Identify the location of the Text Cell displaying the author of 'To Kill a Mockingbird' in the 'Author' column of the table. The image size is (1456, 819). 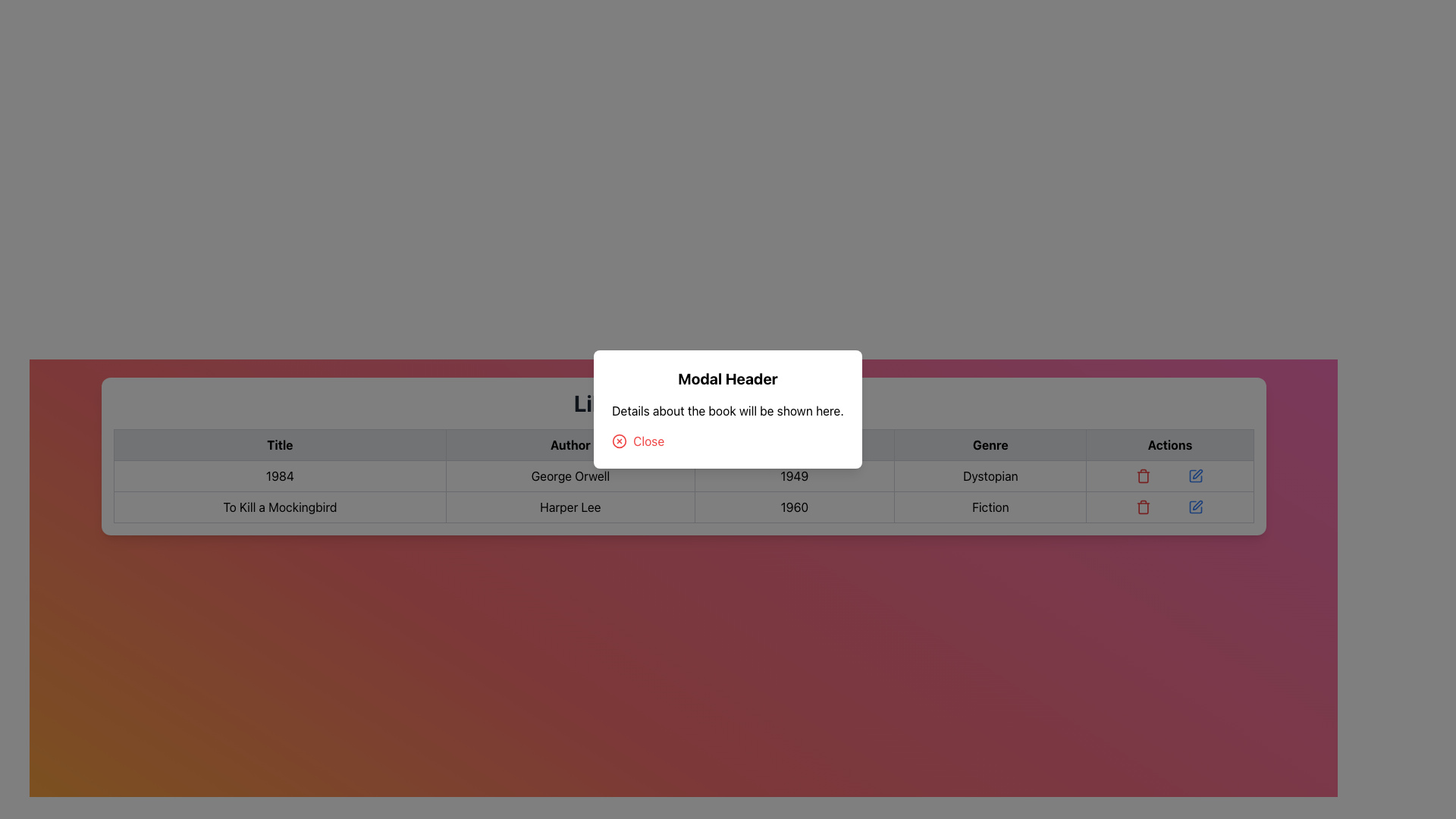
(570, 507).